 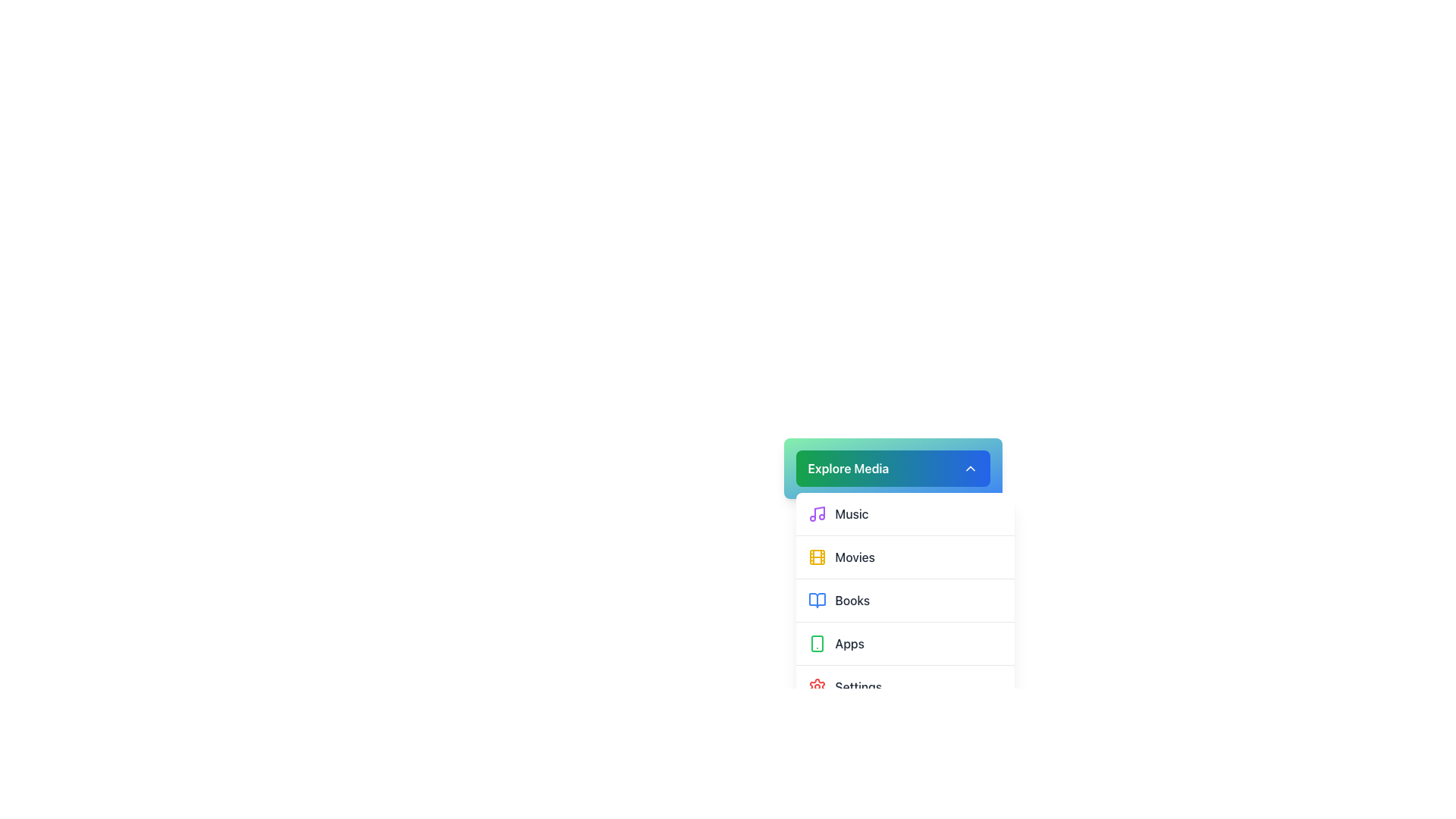 What do you see at coordinates (852, 513) in the screenshot?
I see `the 'Music' text label which is styled in medium dark gray and positioned next to a purple musical note icon under the 'Explore Media' dropdown` at bounding box center [852, 513].